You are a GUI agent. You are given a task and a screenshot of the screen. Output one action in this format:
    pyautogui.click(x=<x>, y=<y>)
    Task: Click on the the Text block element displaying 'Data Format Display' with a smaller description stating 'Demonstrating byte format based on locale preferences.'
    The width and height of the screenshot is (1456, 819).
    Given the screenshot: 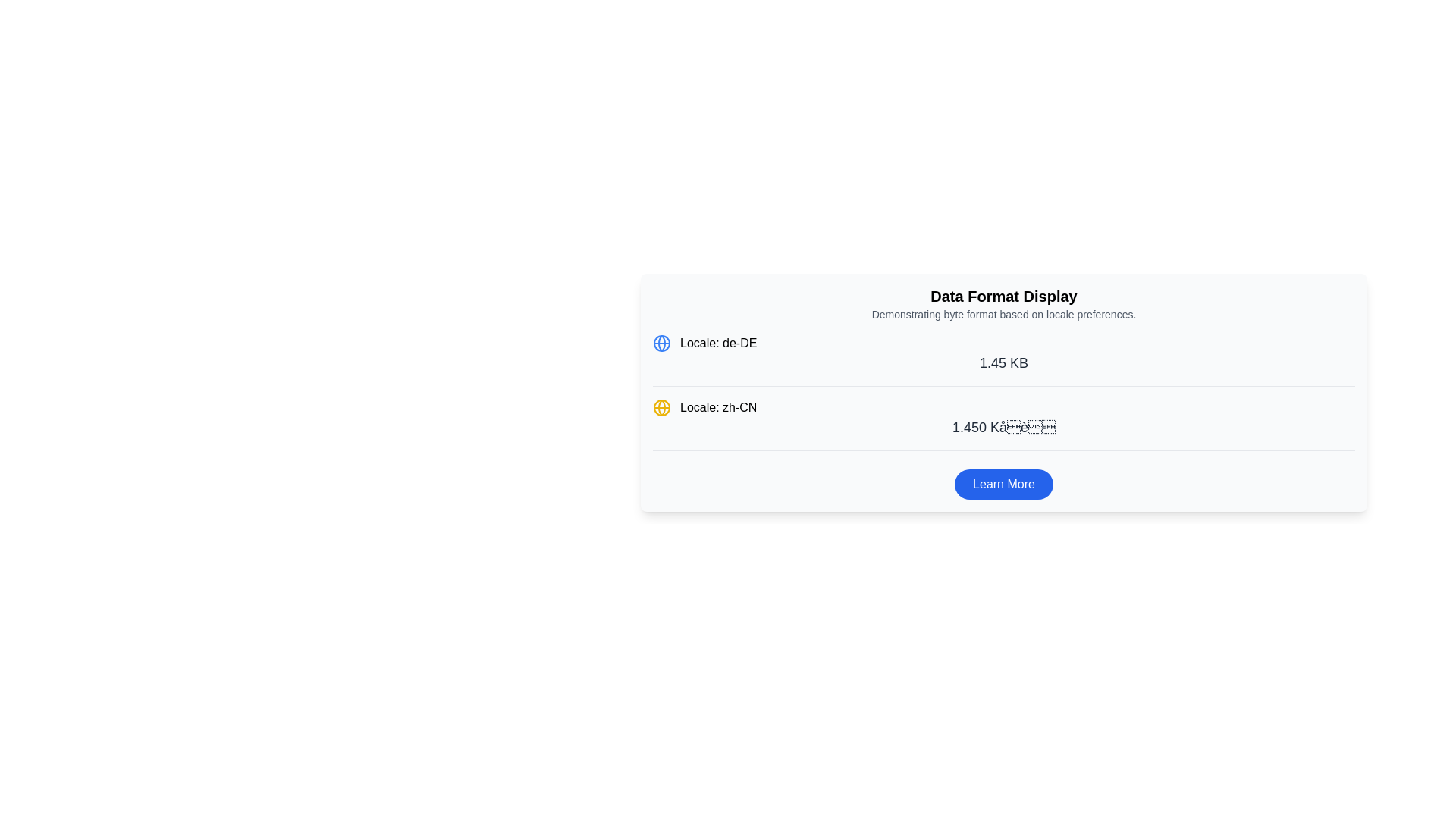 What is the action you would take?
    pyautogui.click(x=1004, y=304)
    